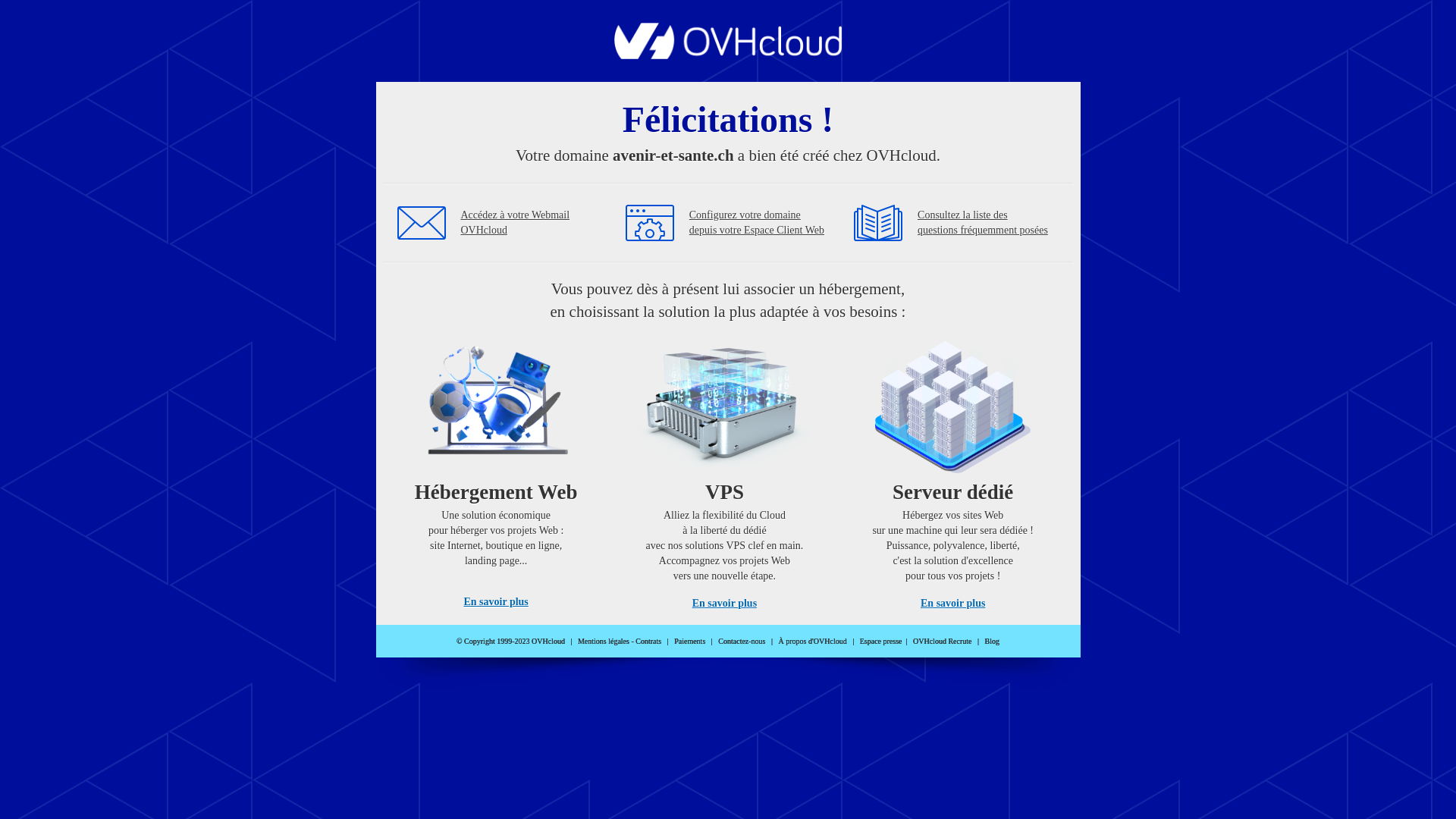 The image size is (1456, 819). What do you see at coordinates (992, 641) in the screenshot?
I see `'Blog'` at bounding box center [992, 641].